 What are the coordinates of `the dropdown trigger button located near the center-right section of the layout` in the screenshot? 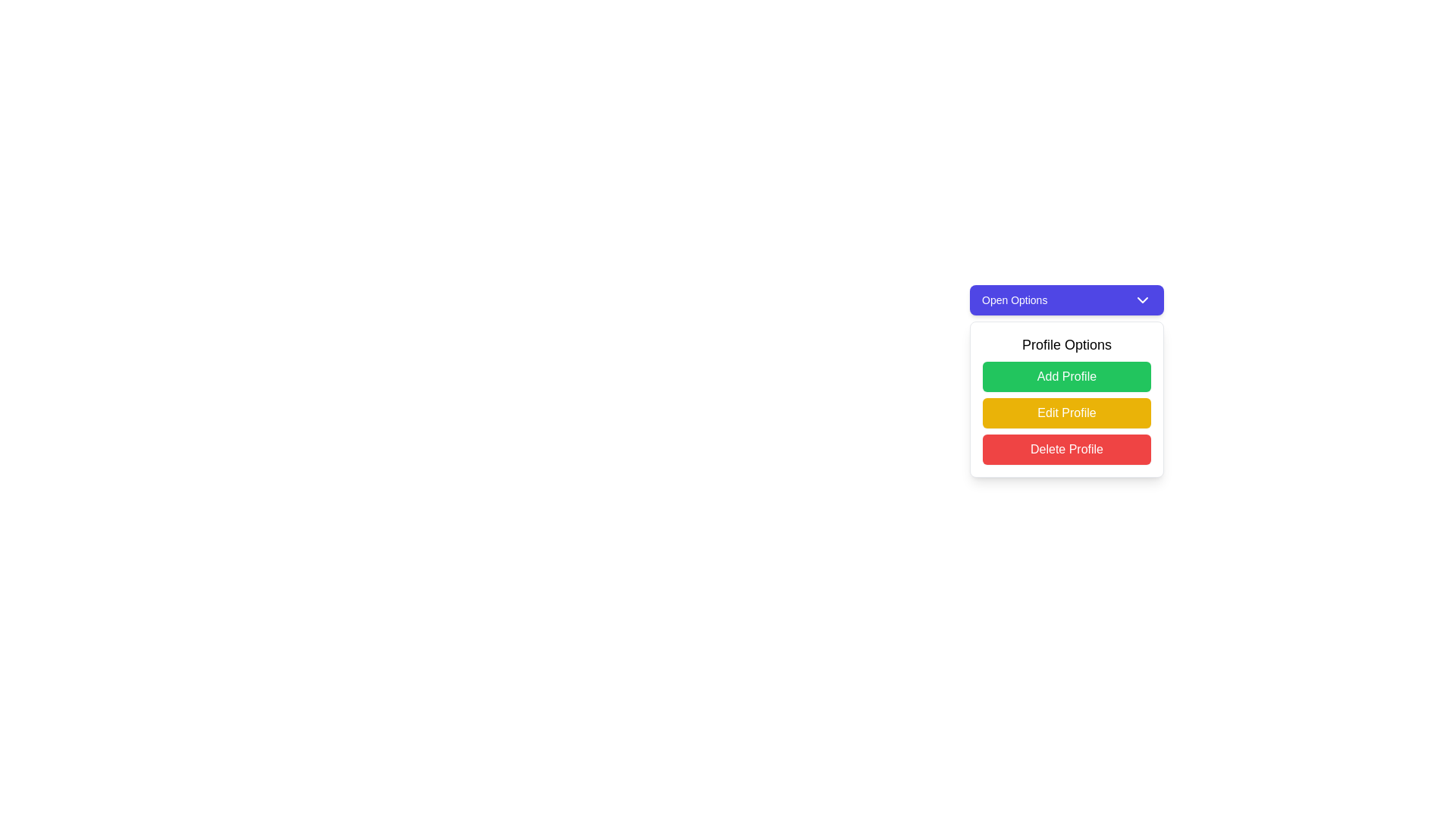 It's located at (1065, 300).